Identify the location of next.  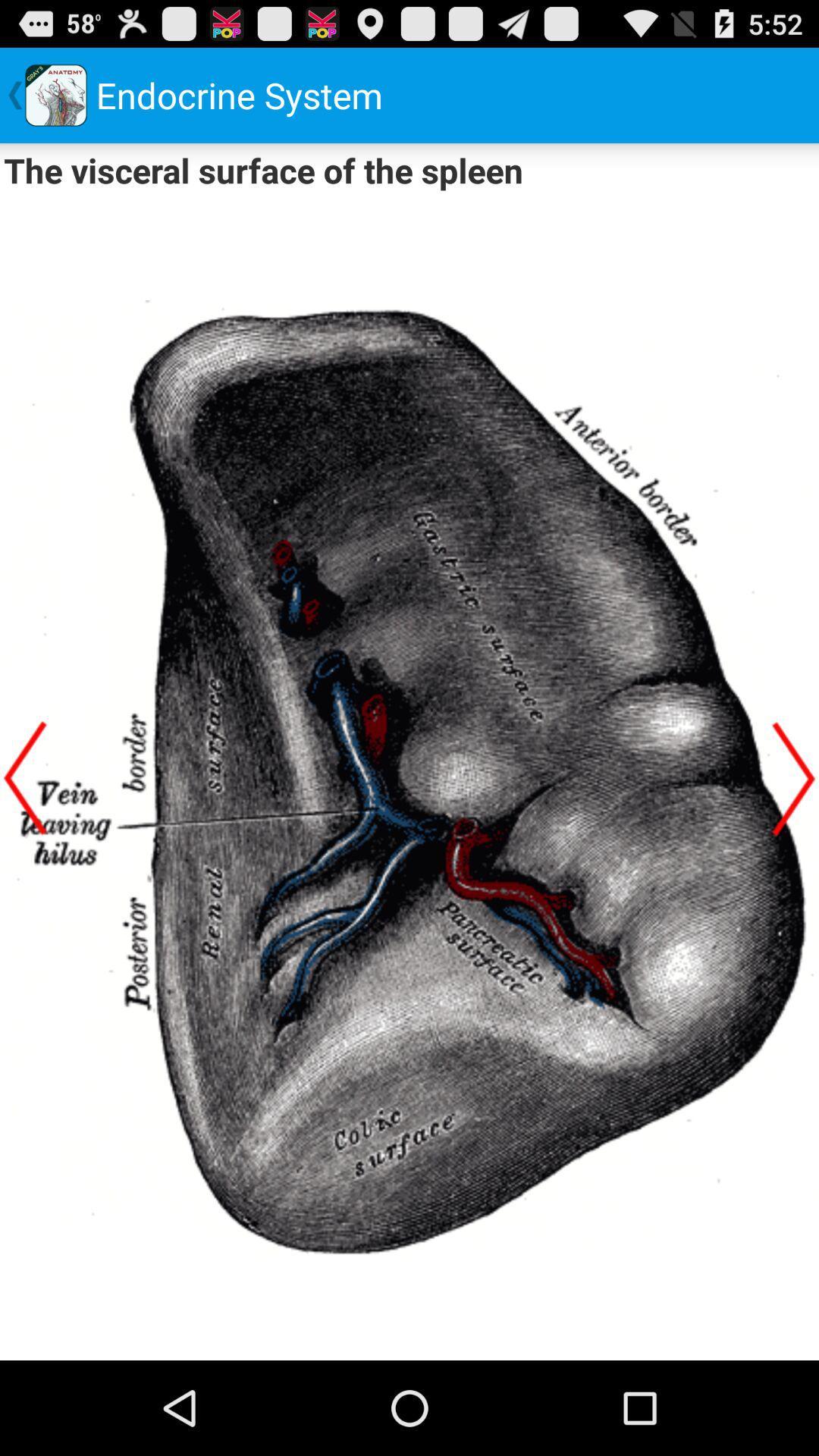
(792, 778).